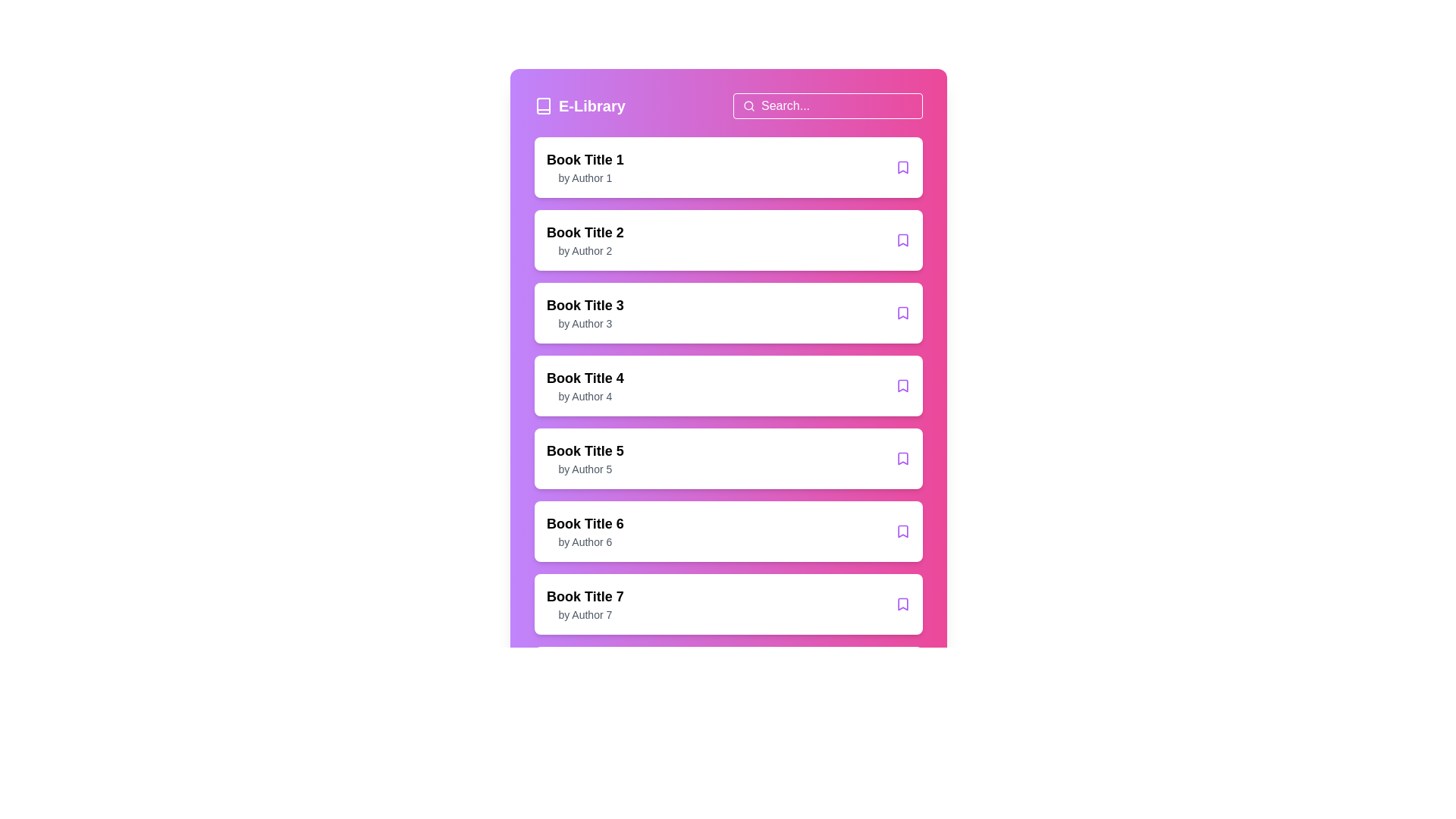  What do you see at coordinates (902, 167) in the screenshot?
I see `the bookmark icon located at the top-right corner of the first list entry displaying 'Book Title 1' by 'Author 1'` at bounding box center [902, 167].